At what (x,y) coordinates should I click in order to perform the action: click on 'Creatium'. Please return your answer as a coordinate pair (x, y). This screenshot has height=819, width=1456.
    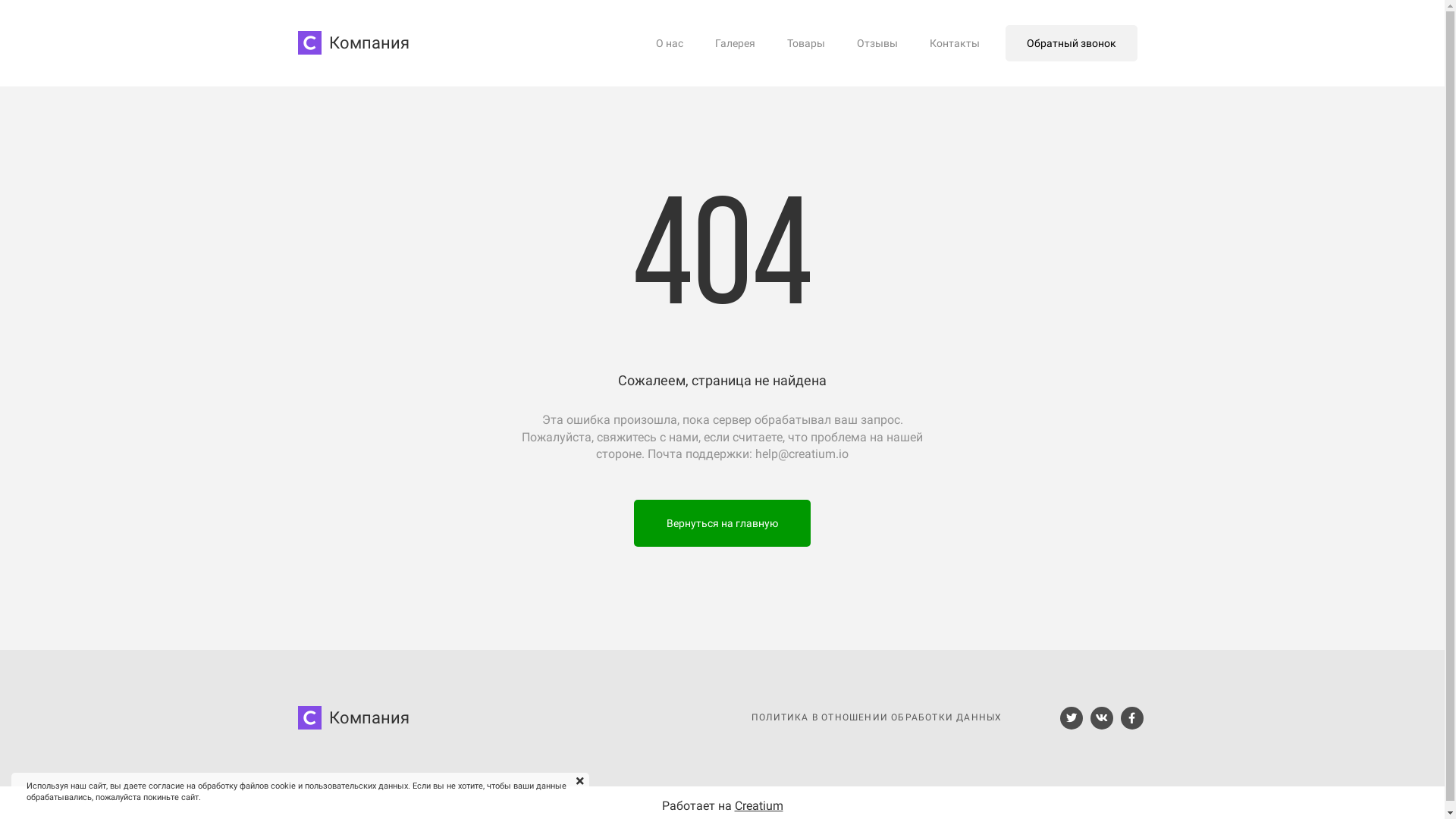
    Looking at the image, I should click on (734, 804).